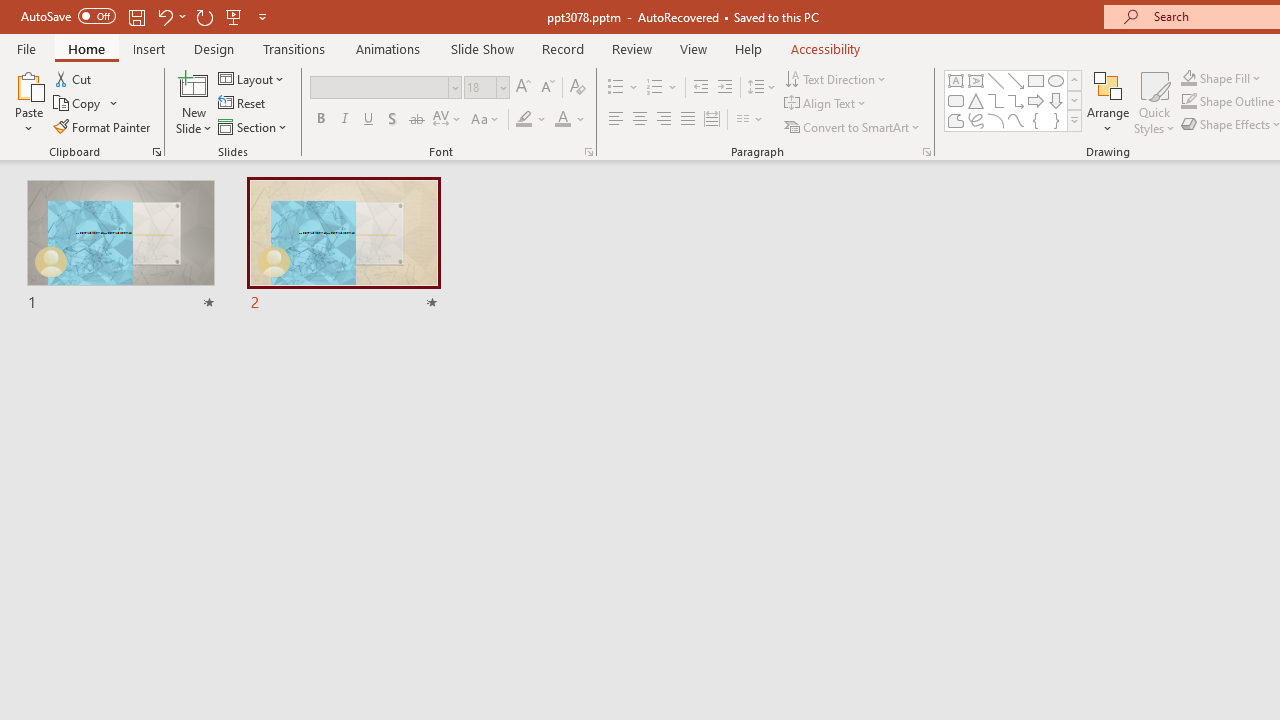 The image size is (1280, 720). I want to click on 'Bullets', so click(615, 86).